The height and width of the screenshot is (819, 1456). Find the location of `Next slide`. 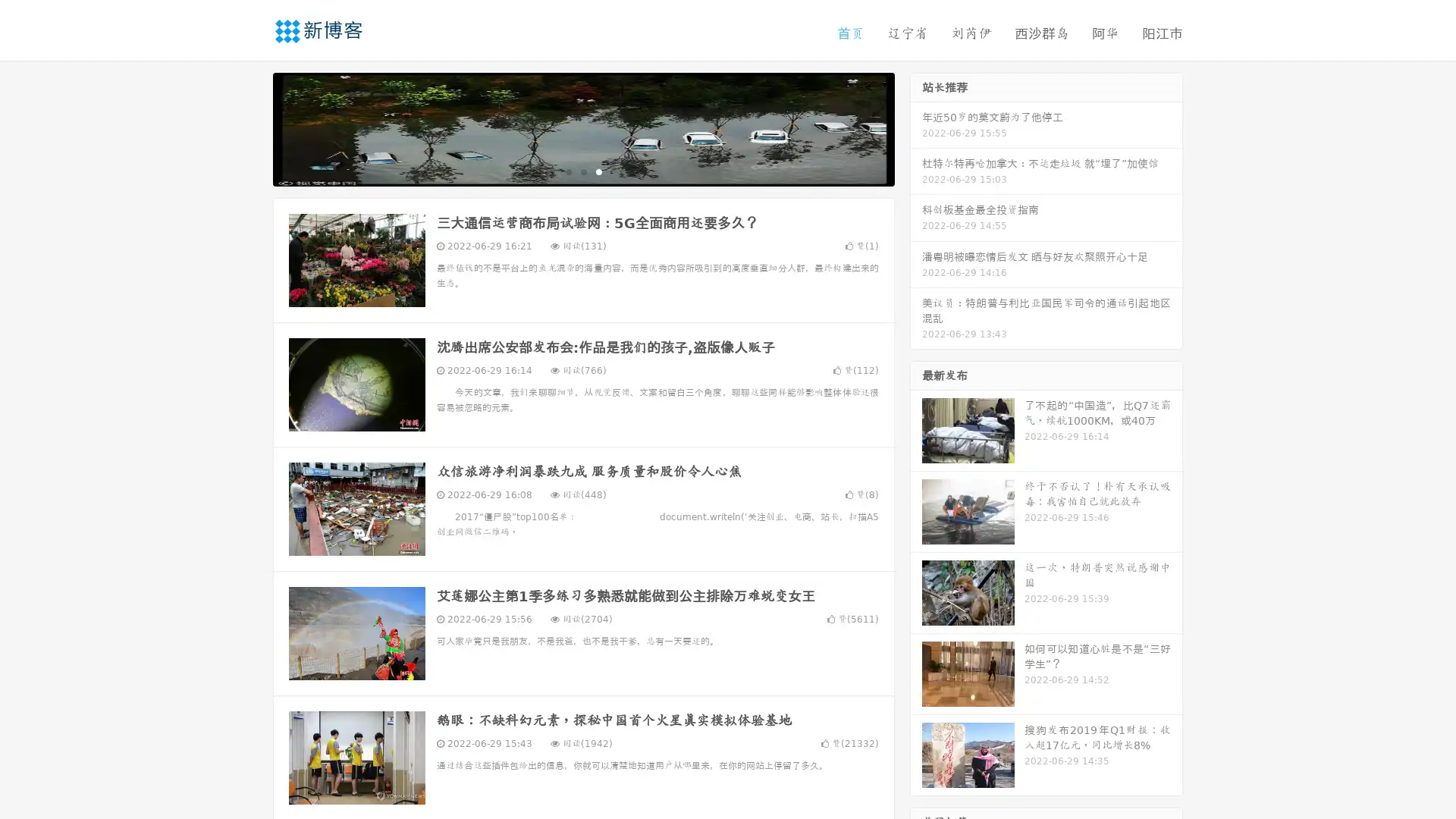

Next slide is located at coordinates (916, 127).